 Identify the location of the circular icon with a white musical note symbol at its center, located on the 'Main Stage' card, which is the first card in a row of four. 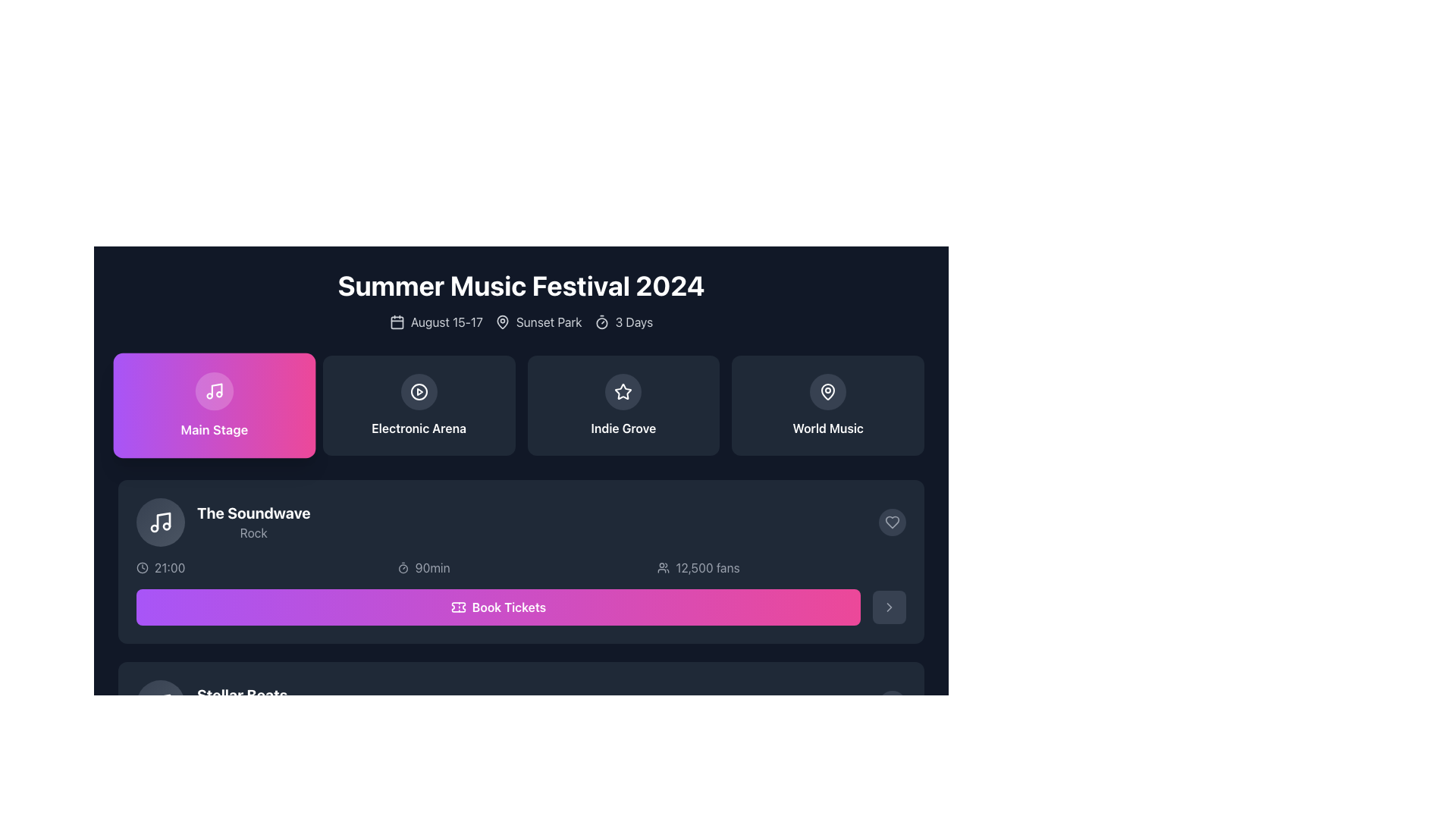
(213, 391).